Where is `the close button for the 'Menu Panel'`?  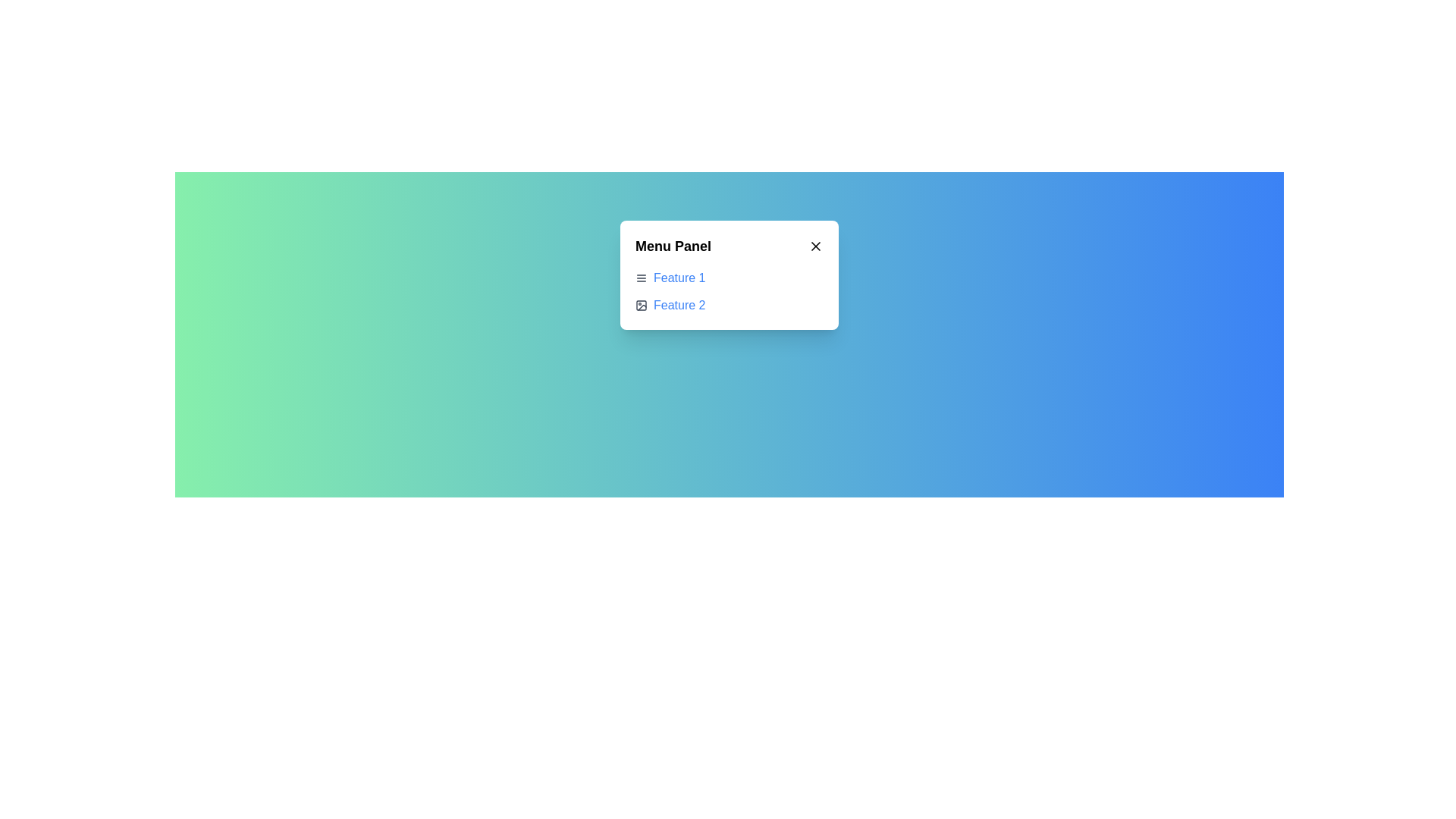 the close button for the 'Menu Panel' is located at coordinates (814, 245).